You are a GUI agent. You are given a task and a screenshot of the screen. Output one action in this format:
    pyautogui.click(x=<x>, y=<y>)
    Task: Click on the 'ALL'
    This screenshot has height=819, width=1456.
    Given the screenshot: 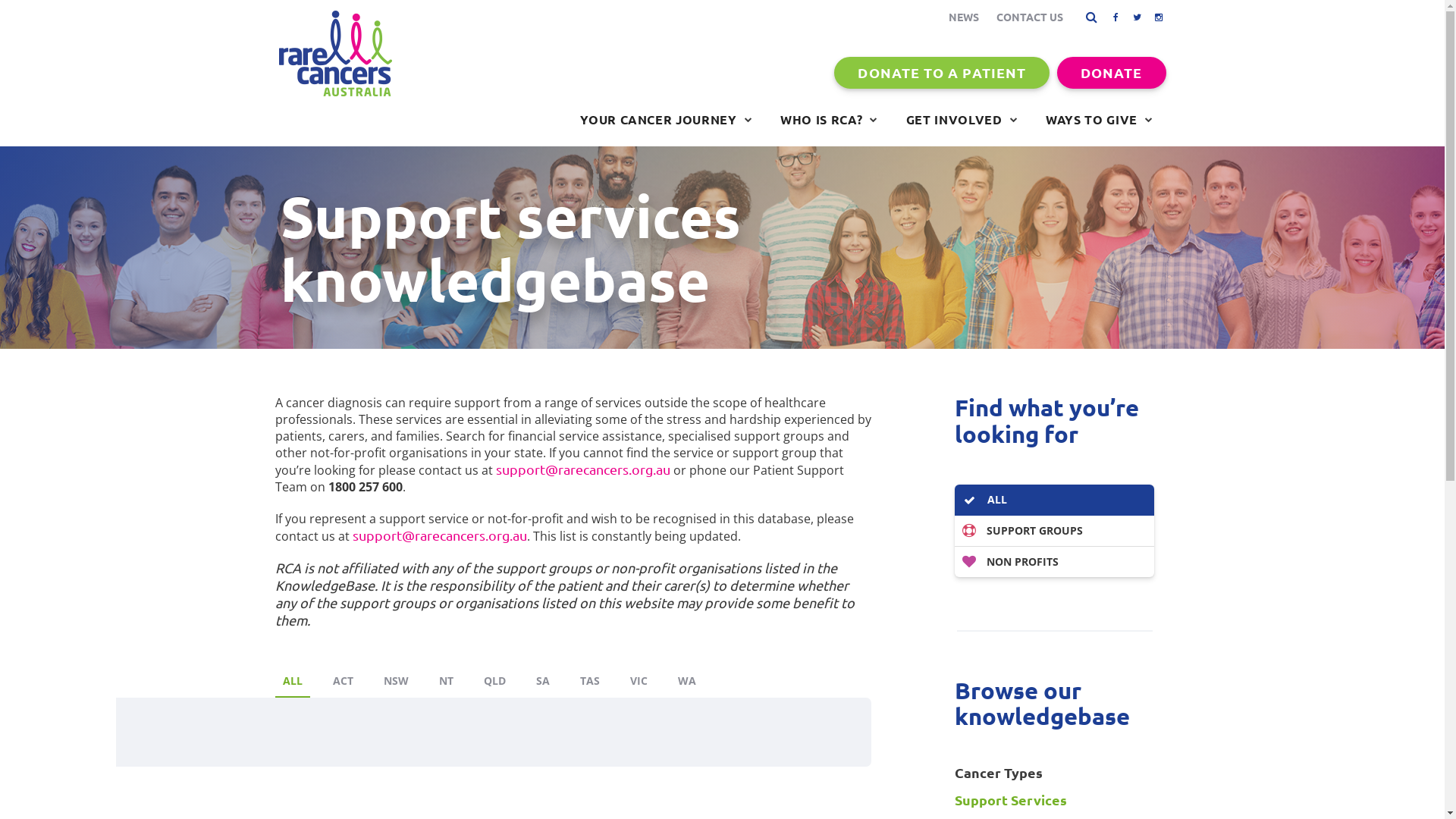 What is the action you would take?
    pyautogui.click(x=1053, y=500)
    